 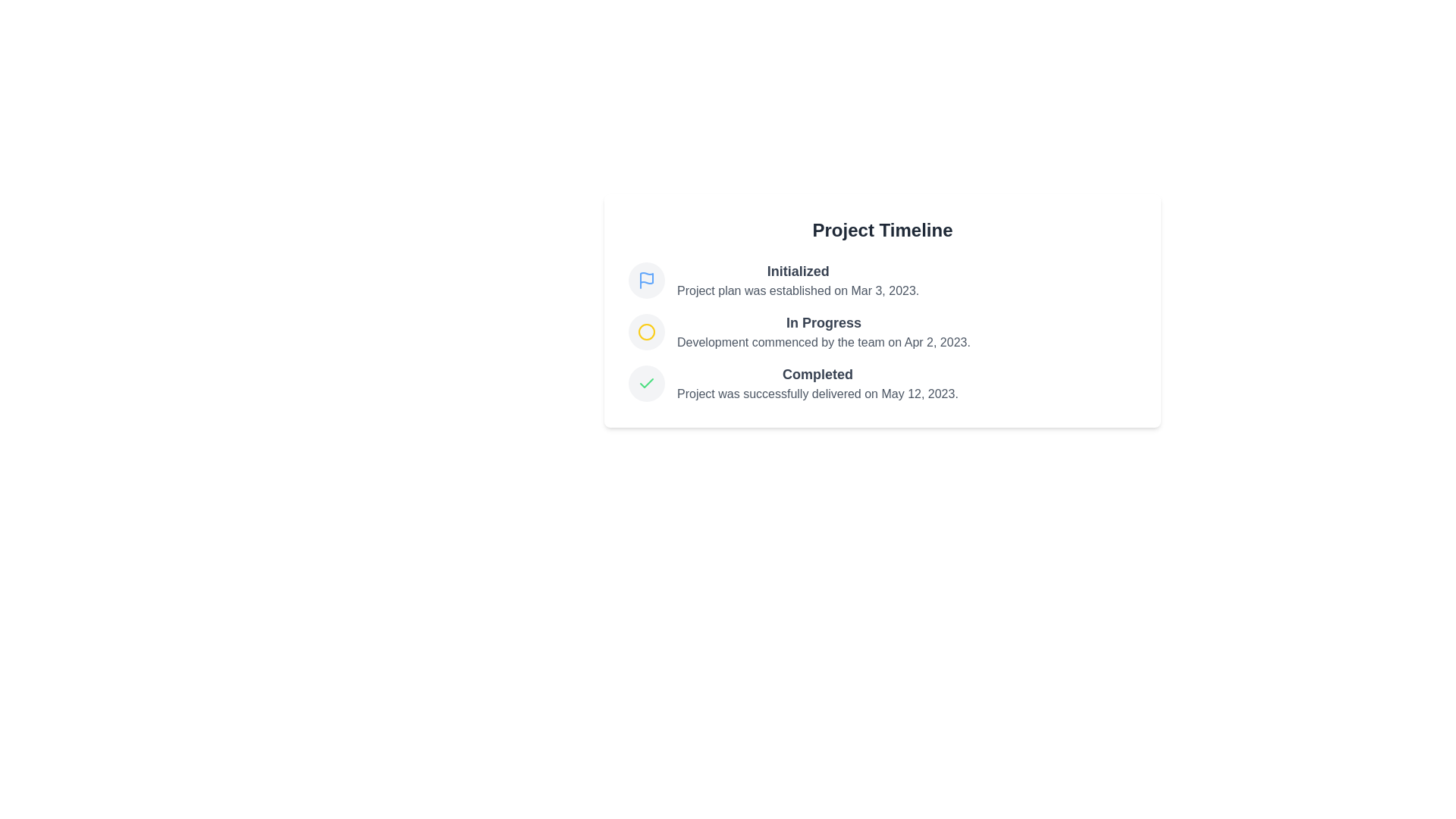 I want to click on the graphical checkmark icon styled with a green stroke, located next to the 'Completed' status text in the timeline section, so click(x=647, y=382).